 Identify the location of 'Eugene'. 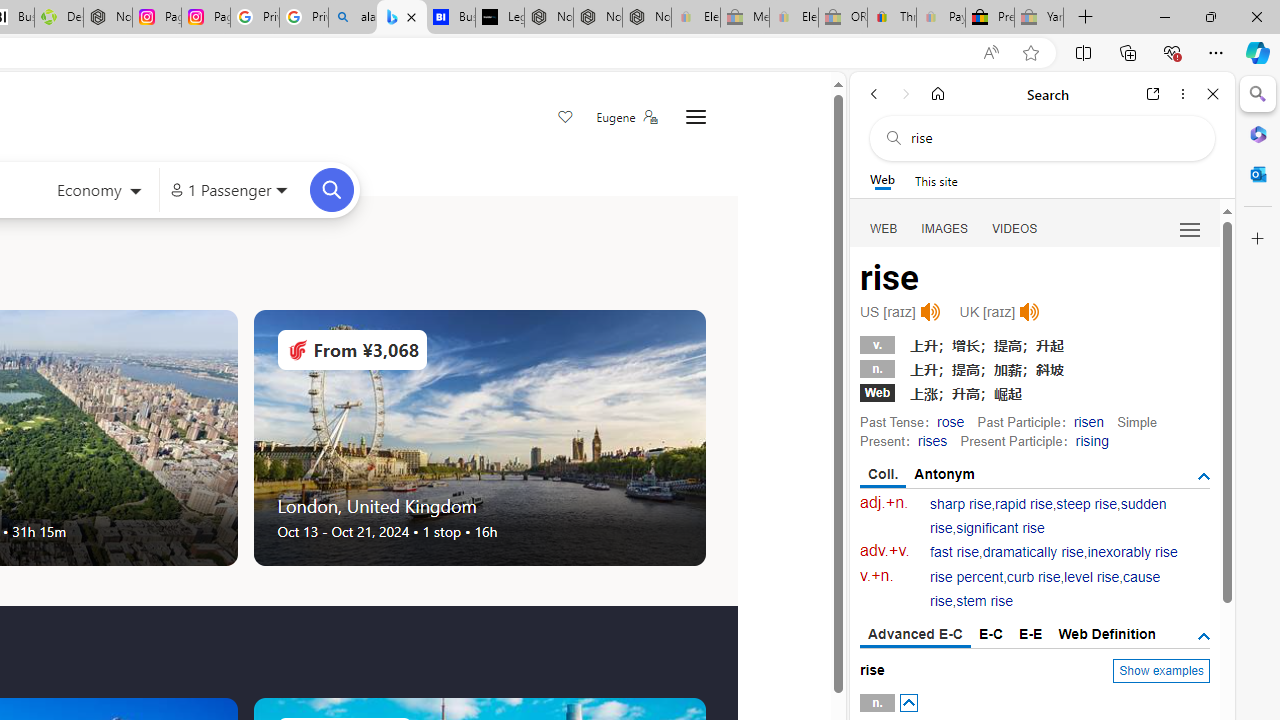
(625, 117).